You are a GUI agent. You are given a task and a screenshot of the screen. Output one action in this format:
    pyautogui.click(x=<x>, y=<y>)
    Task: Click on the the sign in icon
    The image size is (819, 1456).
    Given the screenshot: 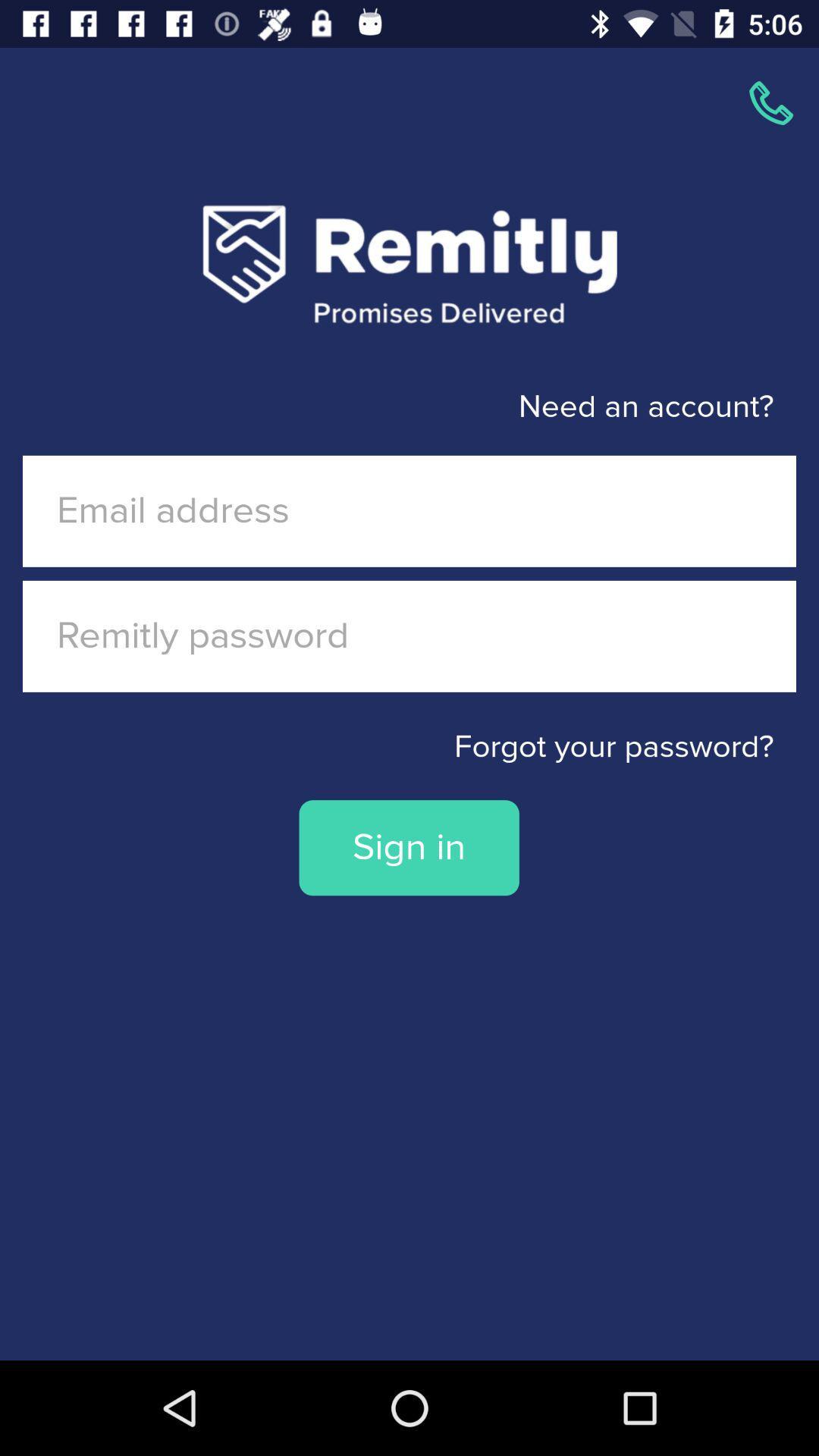 What is the action you would take?
    pyautogui.click(x=408, y=847)
    